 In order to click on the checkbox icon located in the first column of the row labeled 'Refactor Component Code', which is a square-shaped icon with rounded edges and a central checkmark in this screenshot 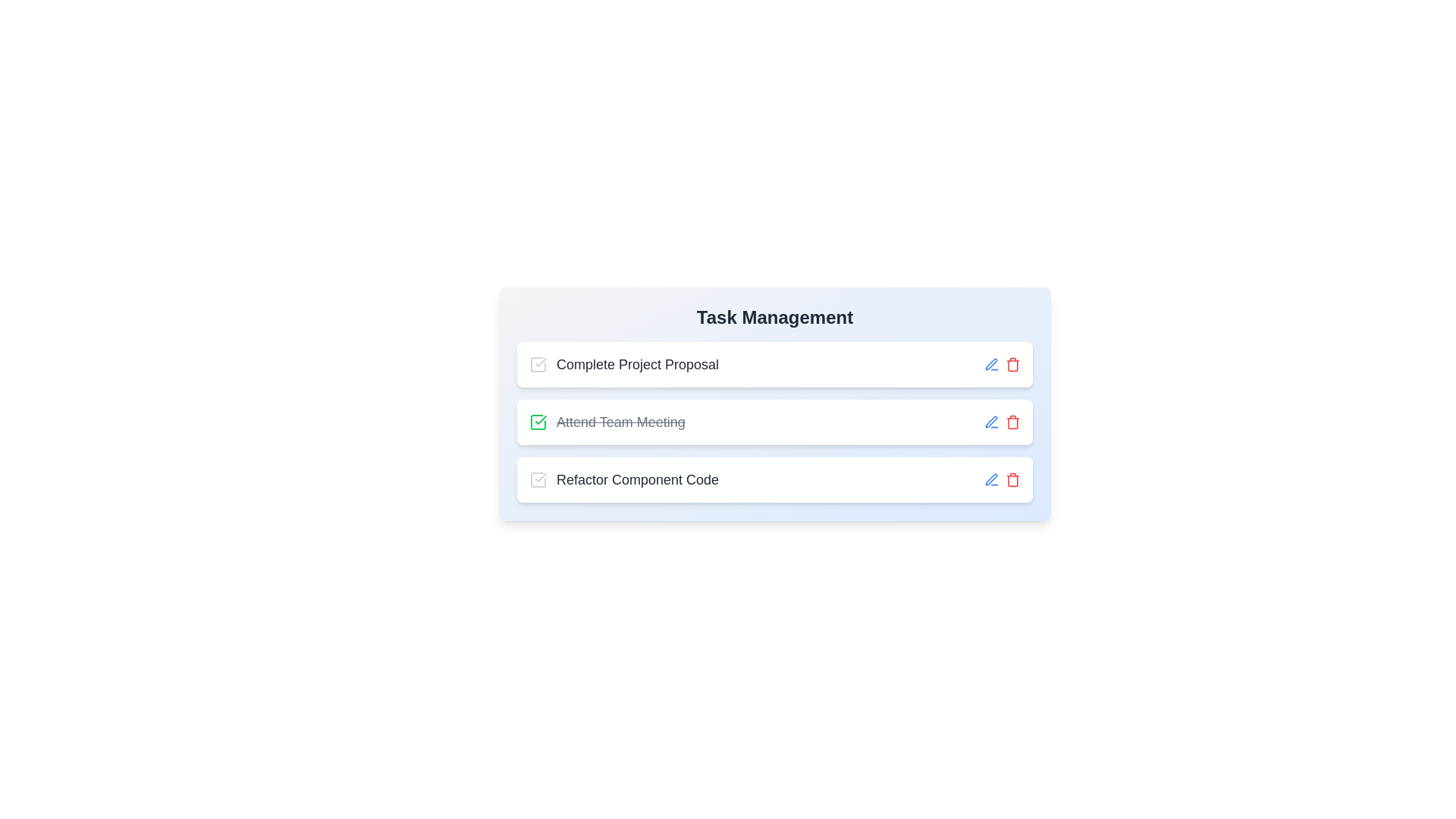, I will do `click(538, 479)`.